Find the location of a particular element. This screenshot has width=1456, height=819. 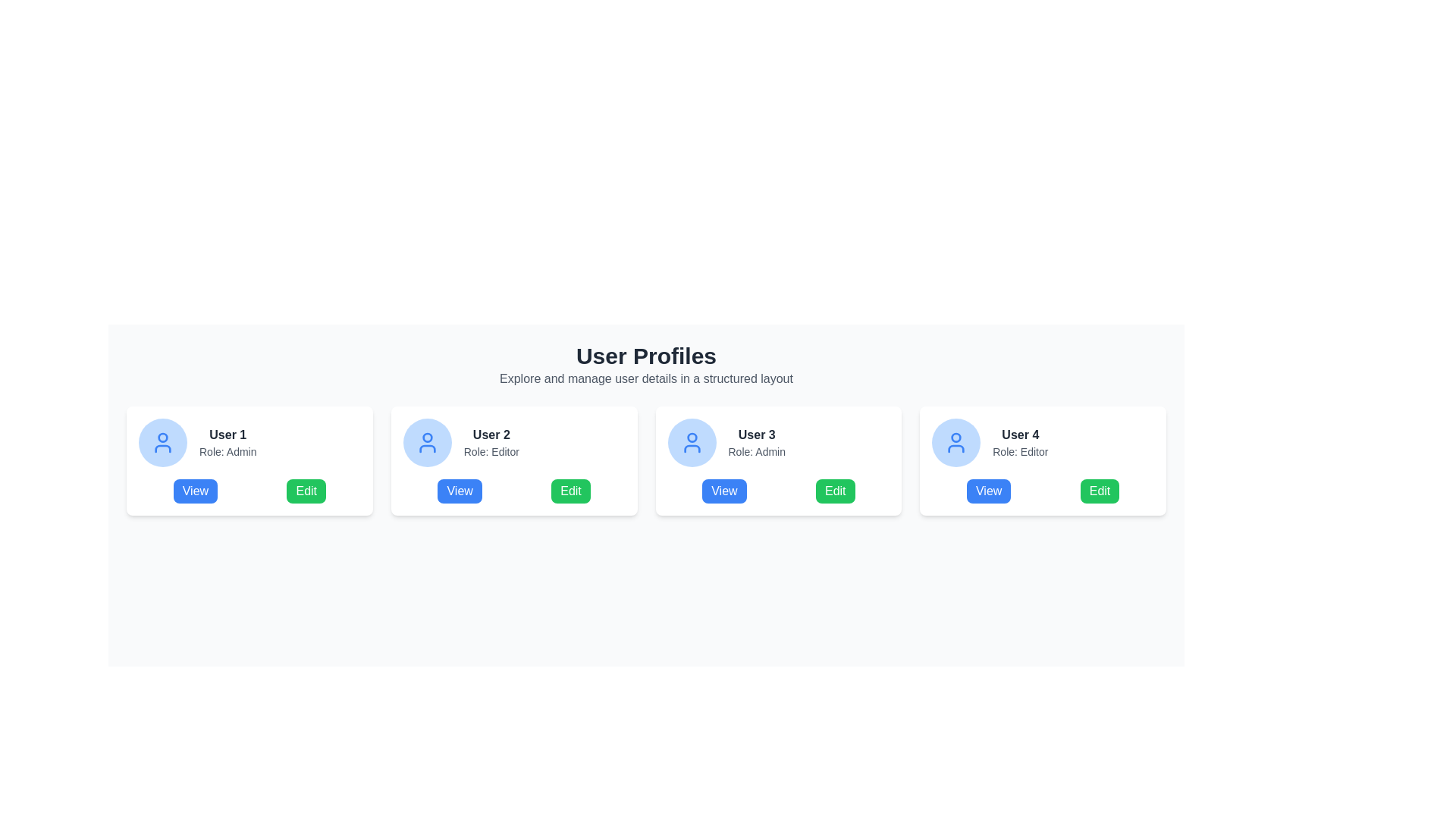

the 'Edit' button with a green background and white text located in the fourth user profile card is located at coordinates (1100, 491).